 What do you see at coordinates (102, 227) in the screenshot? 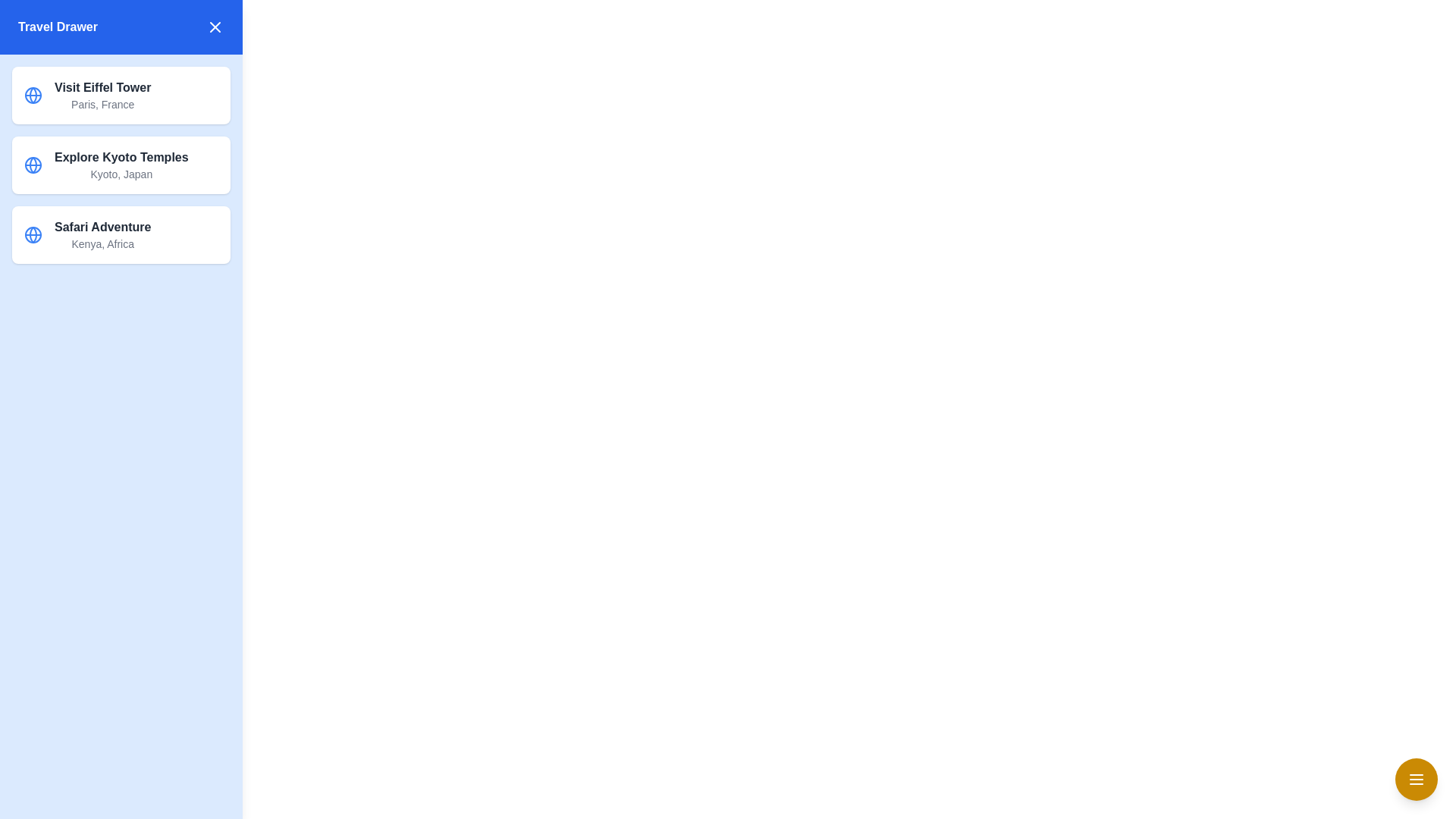
I see `text 'Safari Adventure' which is the title of the third entry in the left-aligned Travel Drawer` at bounding box center [102, 227].